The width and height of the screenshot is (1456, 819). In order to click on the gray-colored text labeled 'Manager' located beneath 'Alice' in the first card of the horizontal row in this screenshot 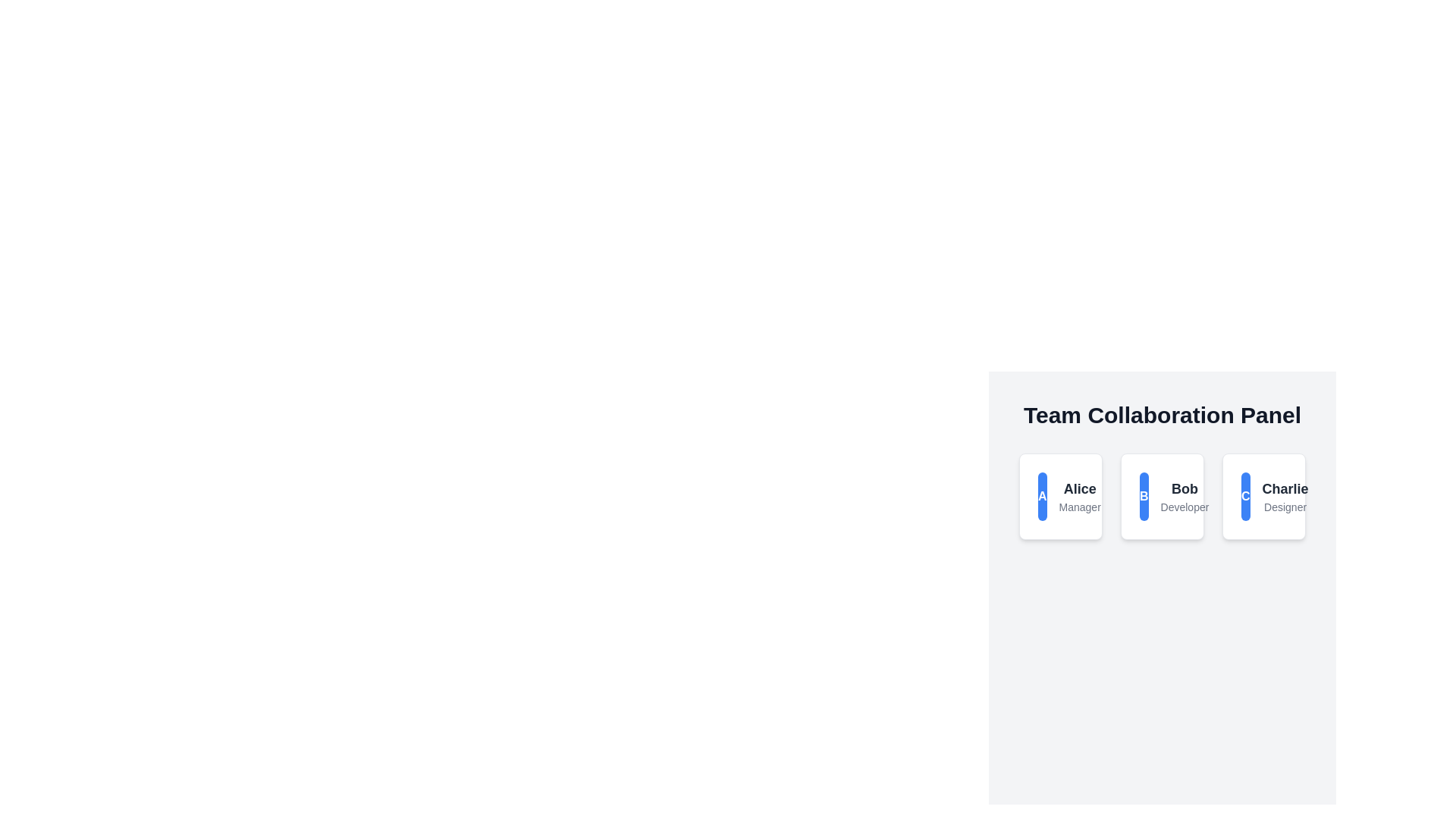, I will do `click(1079, 507)`.